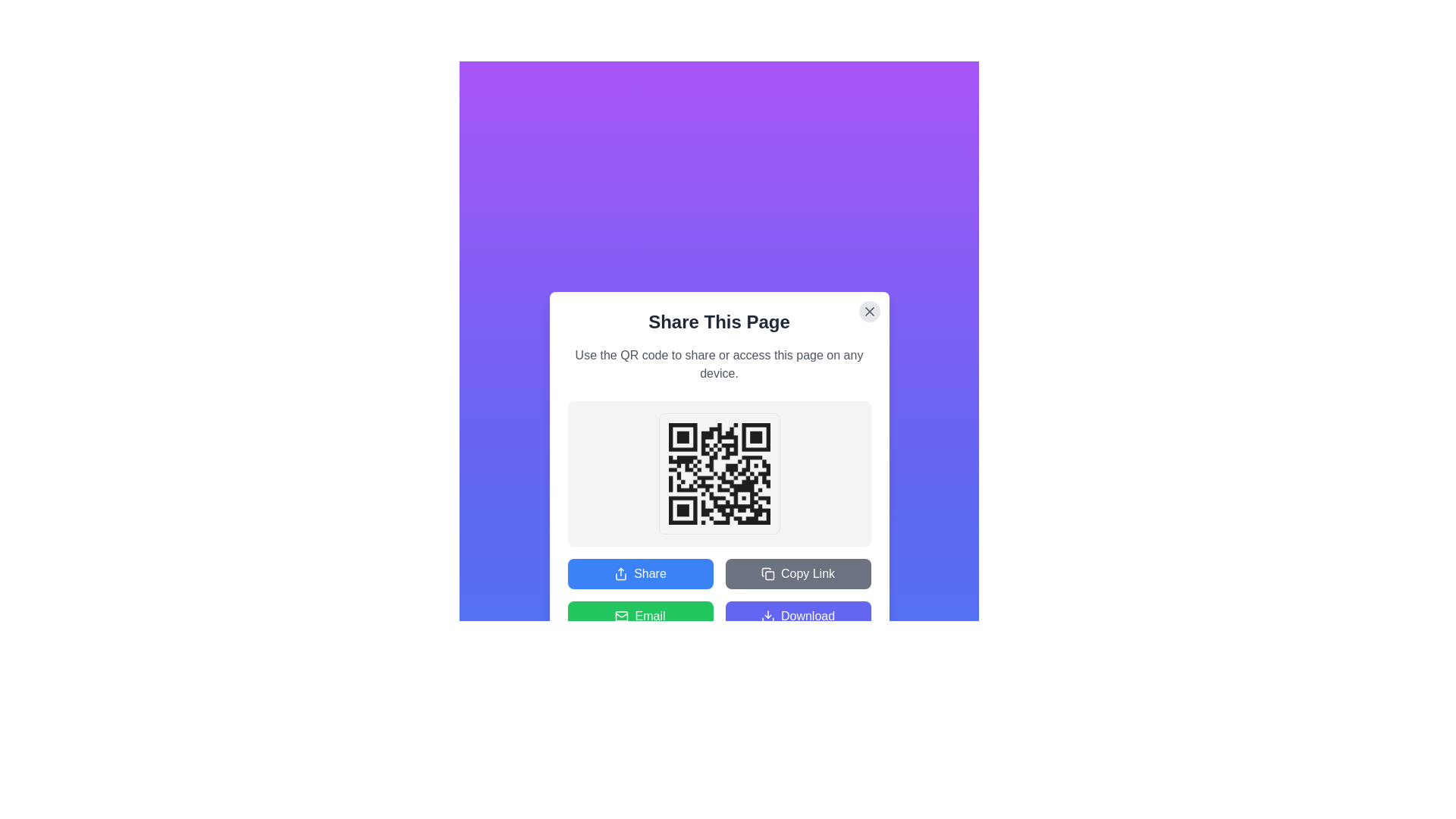 The height and width of the screenshot is (819, 1456). Describe the element at coordinates (640, 617) in the screenshot. I see `the email action button located in the bottom row of the grid layout, first from the left` at that location.